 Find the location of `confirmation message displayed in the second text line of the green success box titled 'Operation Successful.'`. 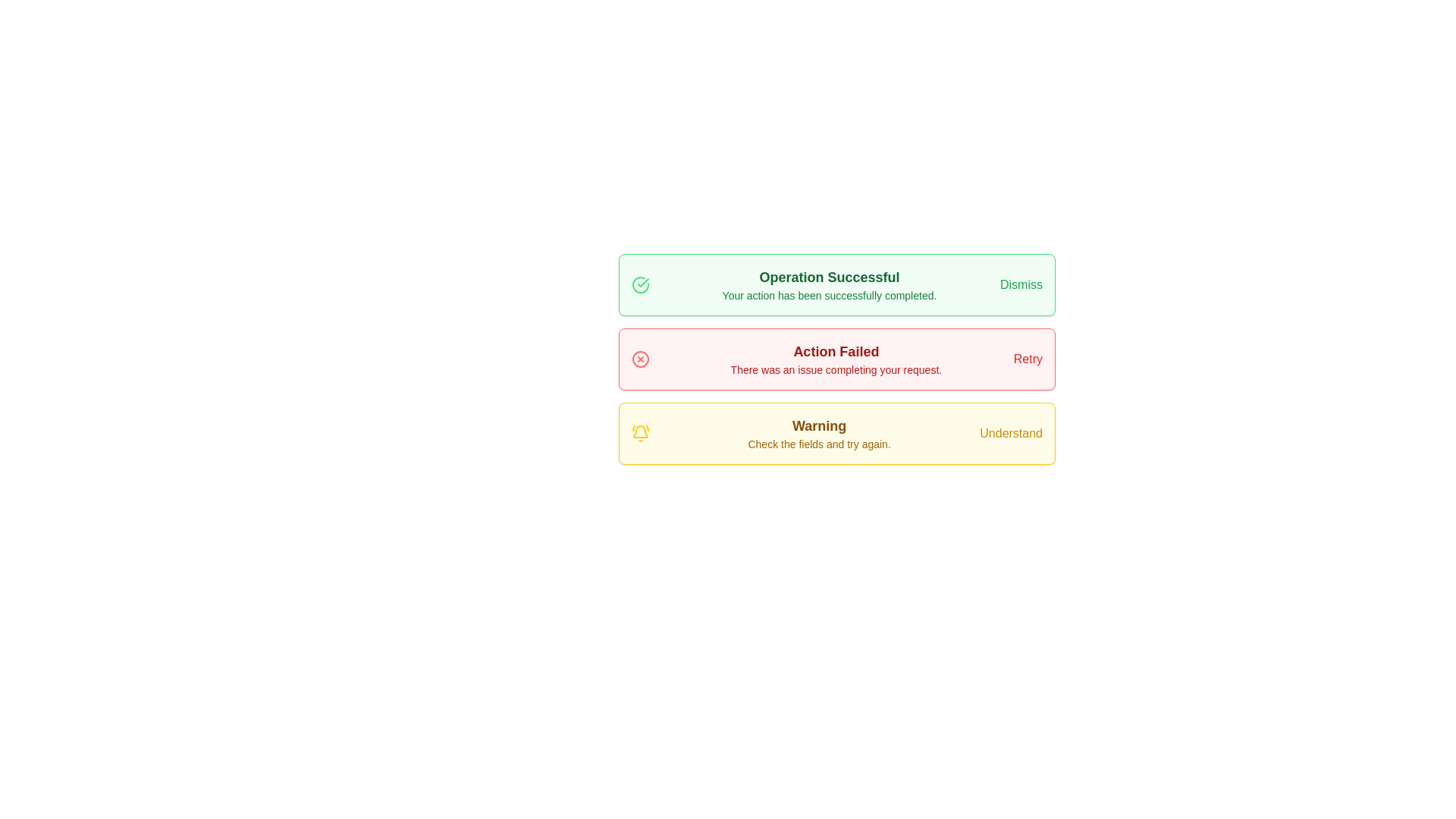

confirmation message displayed in the second text line of the green success box titled 'Operation Successful.' is located at coordinates (829, 295).